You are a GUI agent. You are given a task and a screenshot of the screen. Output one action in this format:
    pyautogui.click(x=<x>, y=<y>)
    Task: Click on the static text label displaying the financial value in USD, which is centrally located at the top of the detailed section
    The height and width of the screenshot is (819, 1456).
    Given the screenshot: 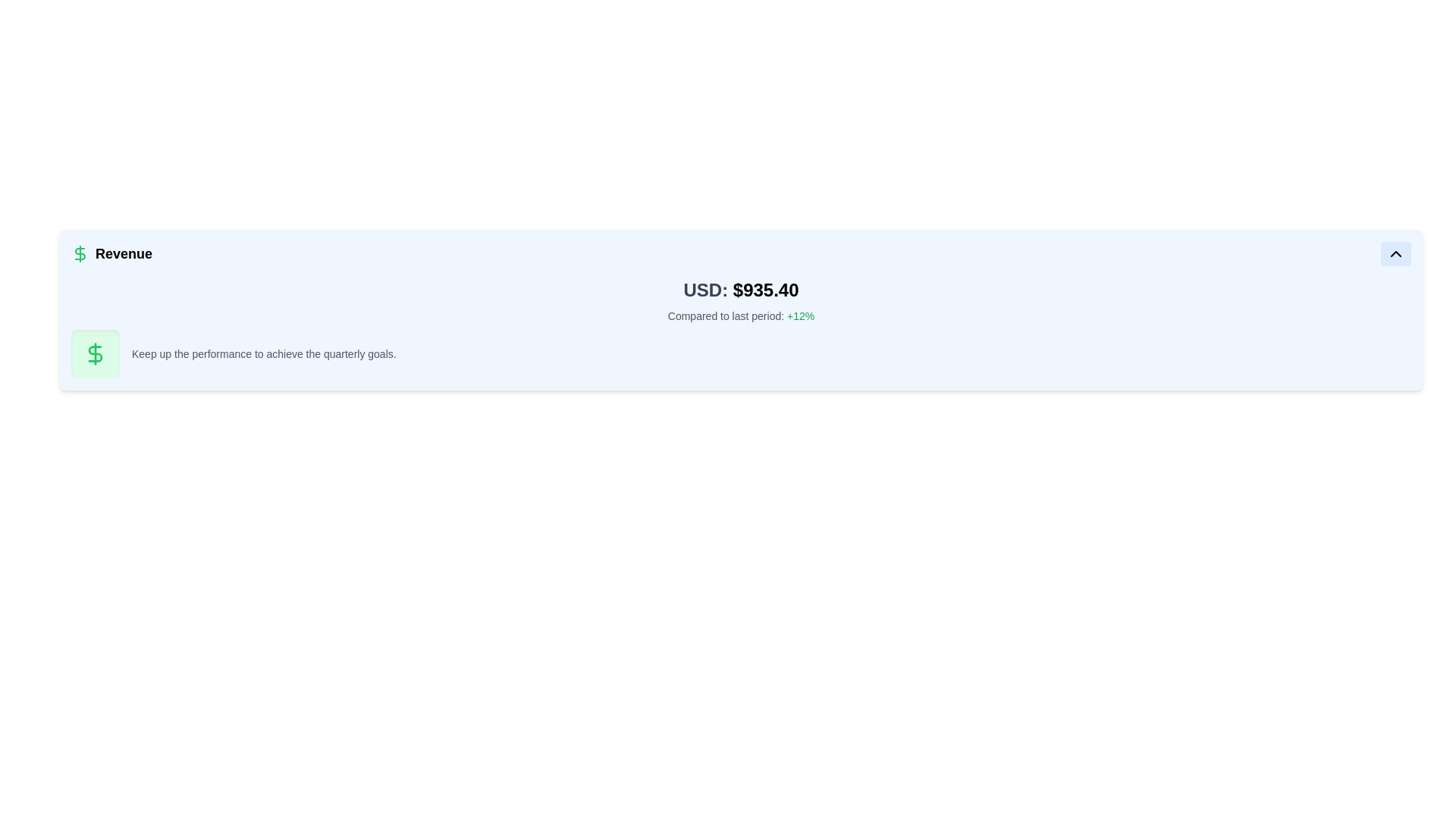 What is the action you would take?
    pyautogui.click(x=741, y=290)
    